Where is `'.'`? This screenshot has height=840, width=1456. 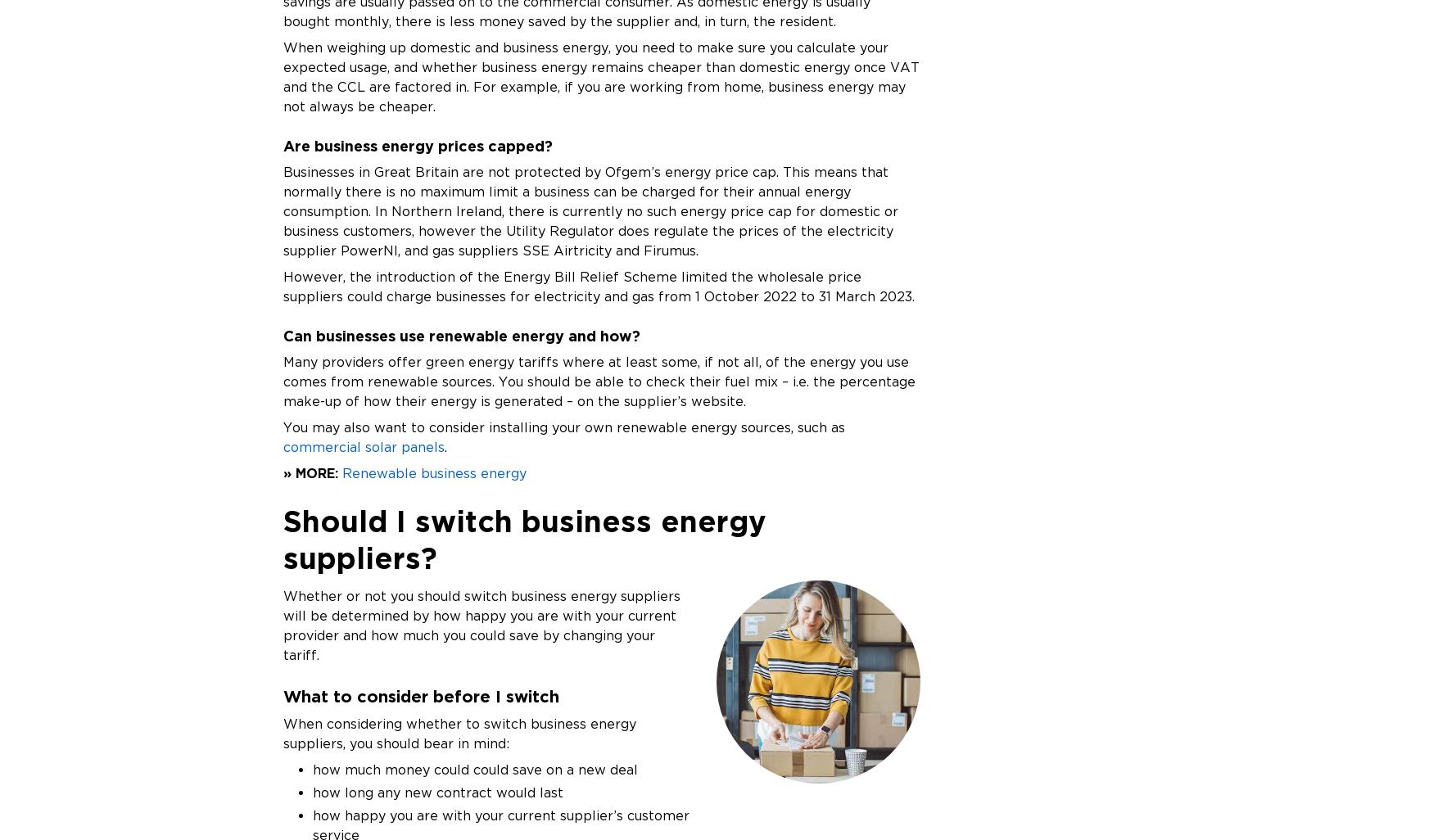
'.' is located at coordinates (445, 446).